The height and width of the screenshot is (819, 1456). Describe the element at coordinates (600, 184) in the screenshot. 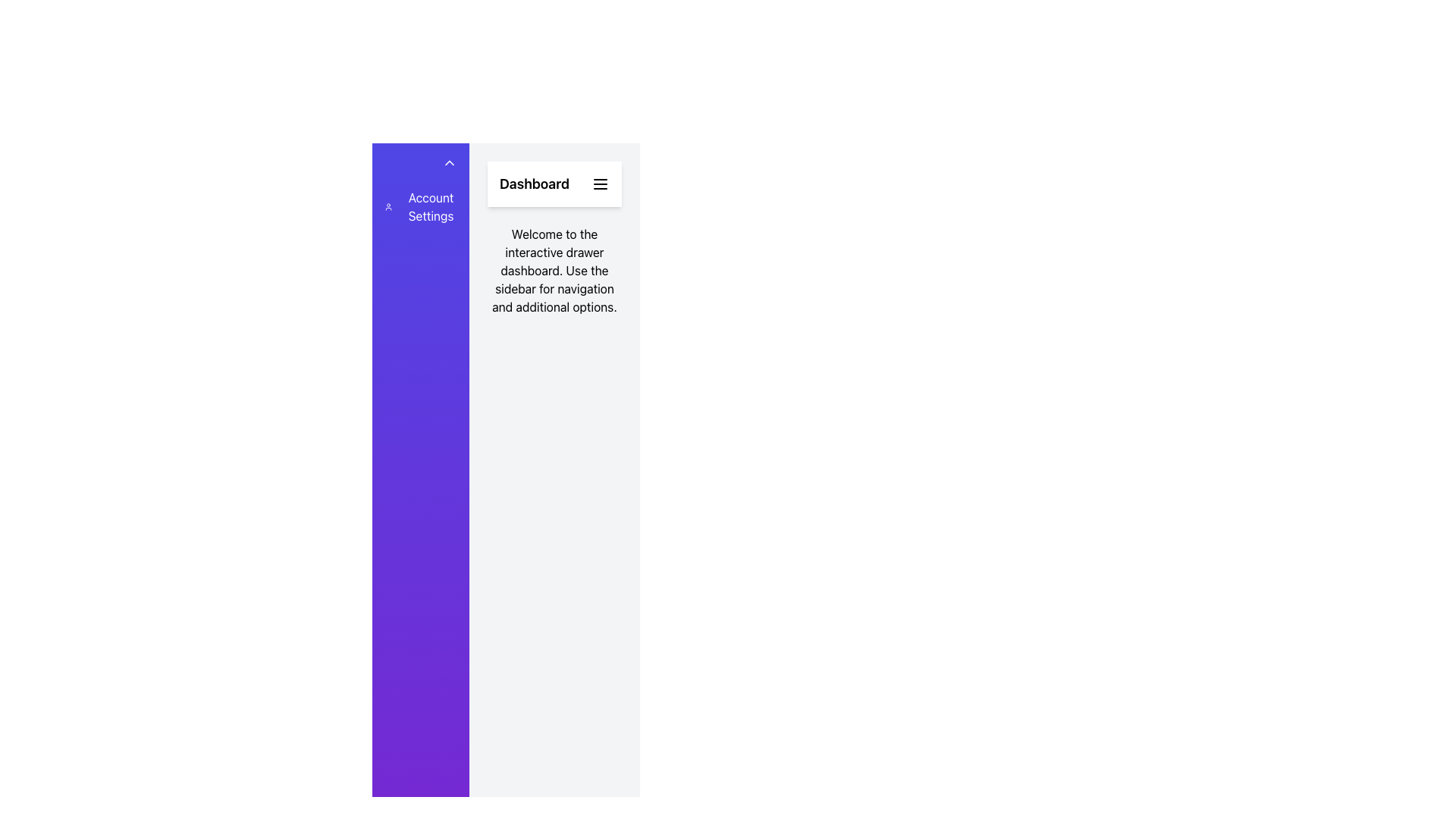

I see `the hamburger menu icon located to the right of the 'Dashboard' text in the header` at that location.